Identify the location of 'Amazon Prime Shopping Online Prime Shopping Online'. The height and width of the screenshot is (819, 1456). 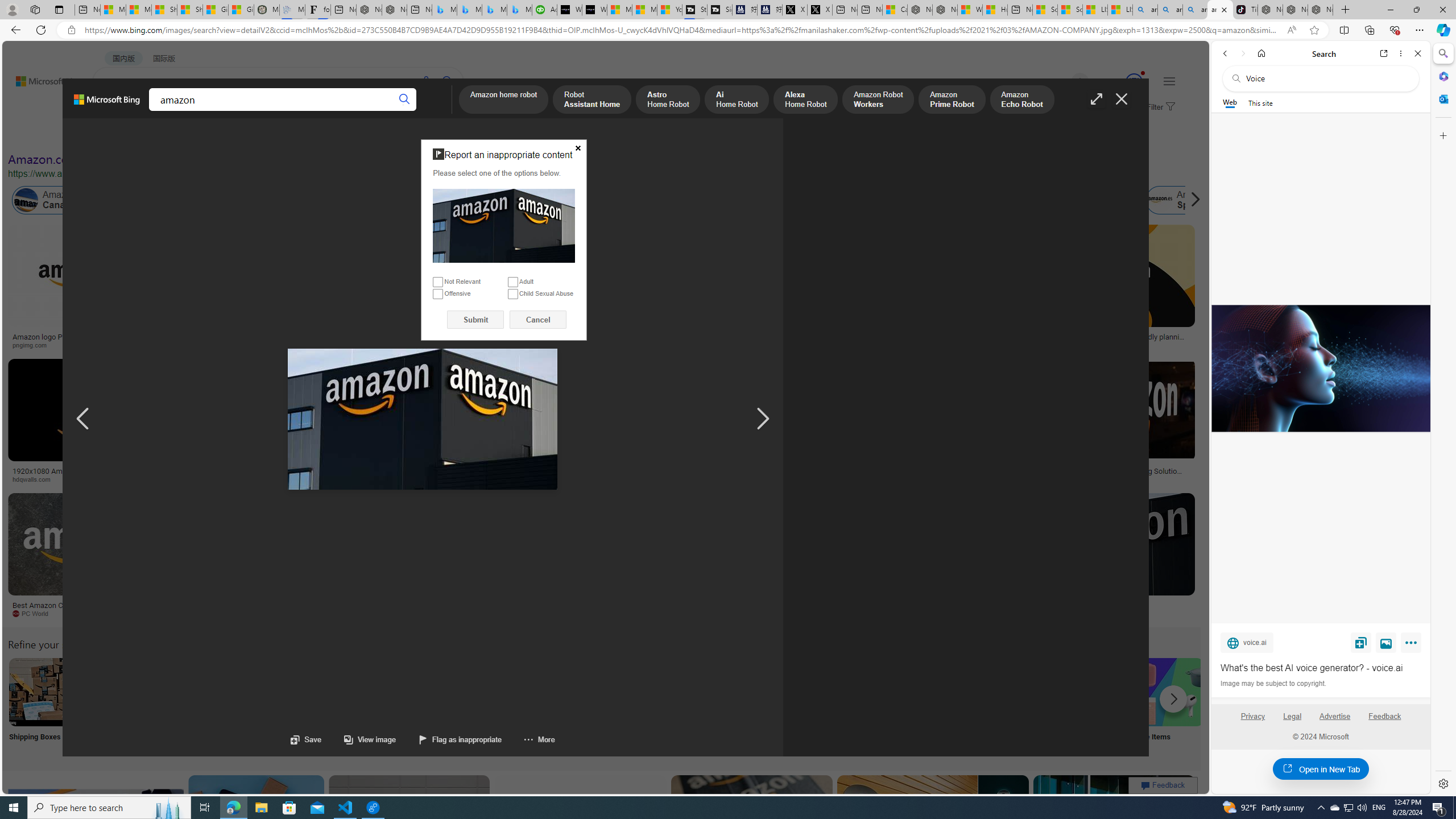
(944, 706).